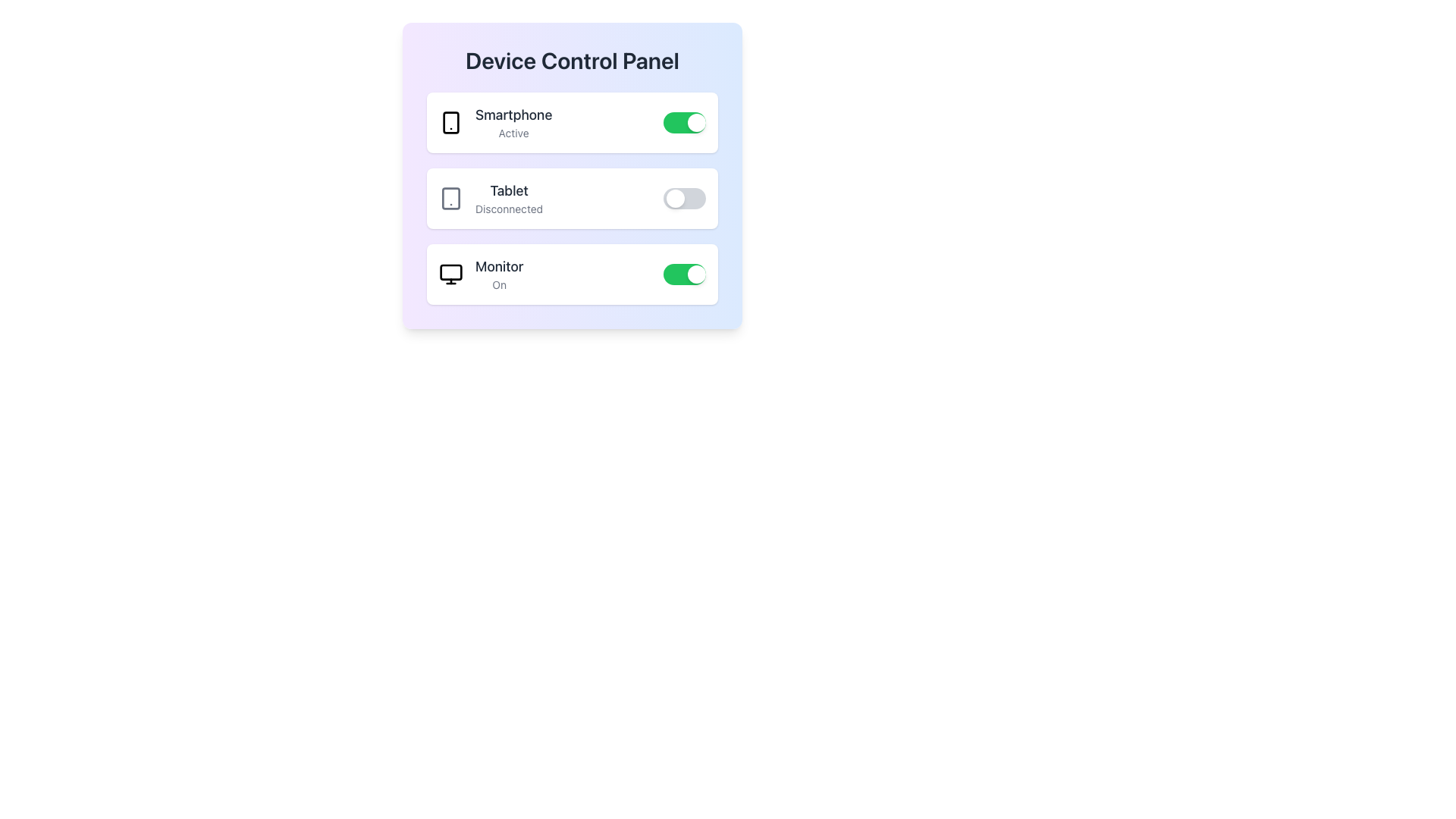  Describe the element at coordinates (509, 198) in the screenshot. I see `the Text label displaying 'Tablet' and 'Disconnected', which is part of the Device Control Panel, located in the second row next to the tablet icon` at that location.